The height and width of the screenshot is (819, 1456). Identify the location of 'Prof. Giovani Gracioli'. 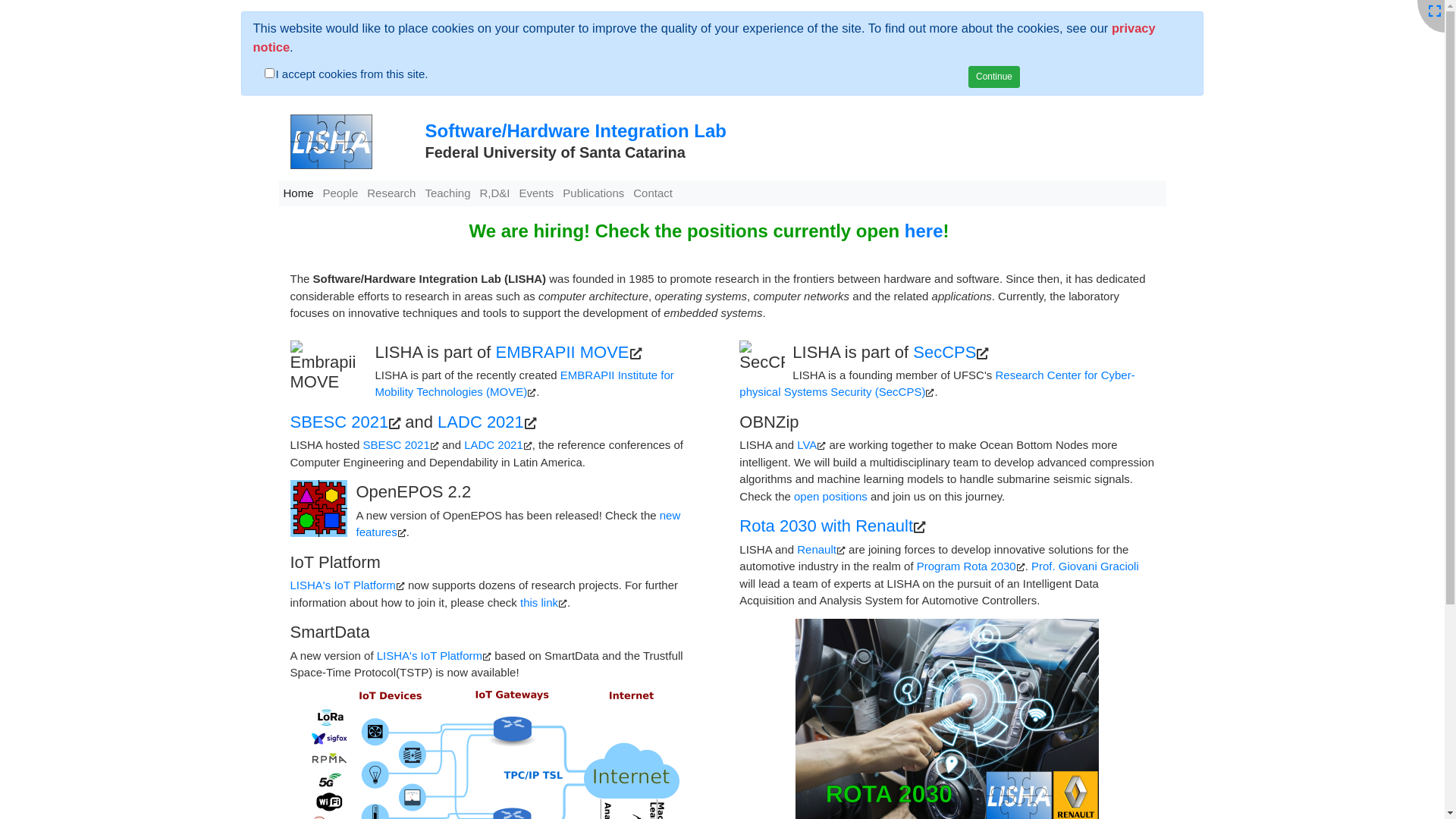
(1084, 566).